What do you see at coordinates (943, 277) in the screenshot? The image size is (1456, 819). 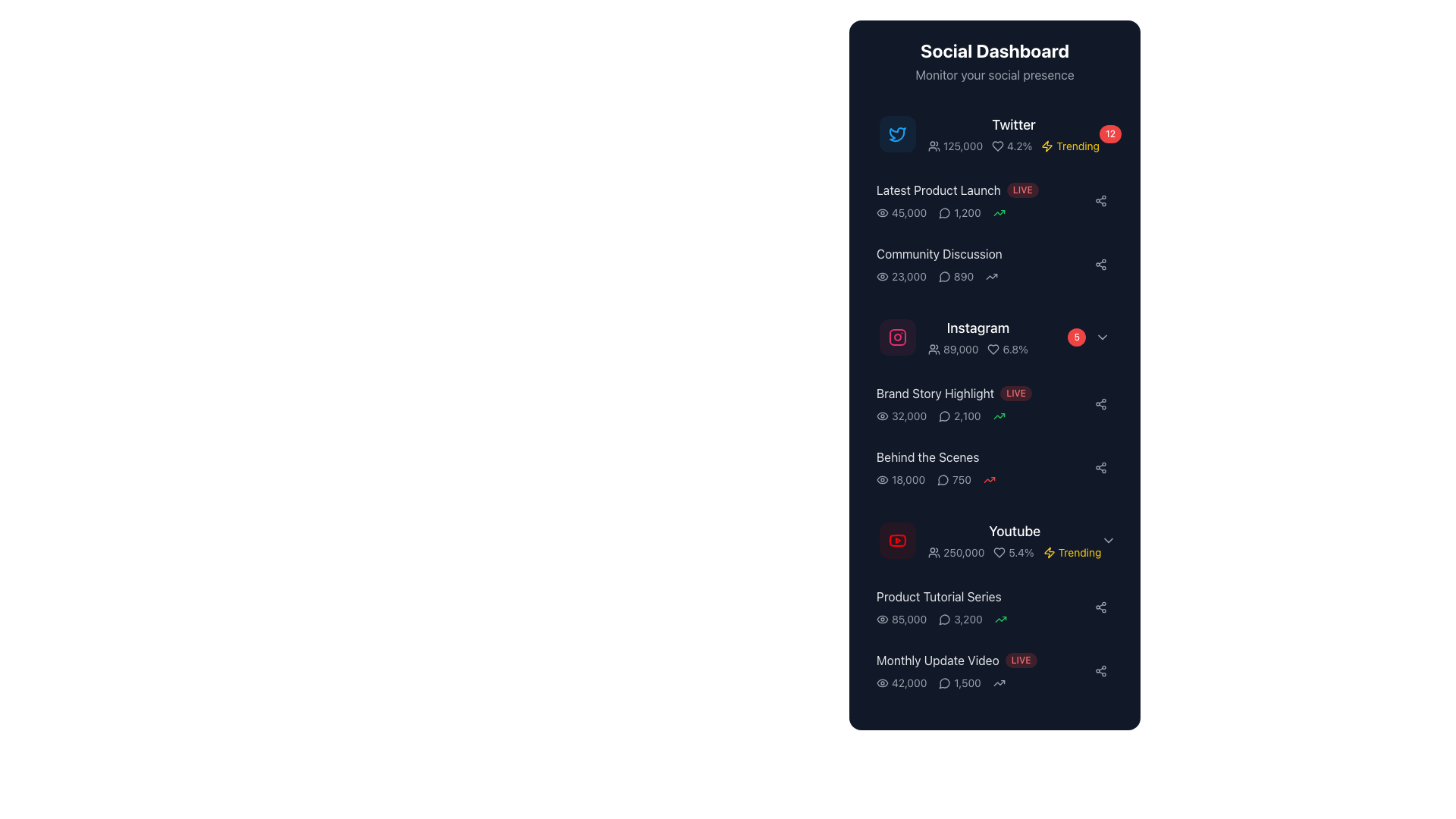 I see `the speech bubble icon representing a message or comment located next to the value '890' in the 'Community Discussion' section on the third row of the dashboard` at bounding box center [943, 277].